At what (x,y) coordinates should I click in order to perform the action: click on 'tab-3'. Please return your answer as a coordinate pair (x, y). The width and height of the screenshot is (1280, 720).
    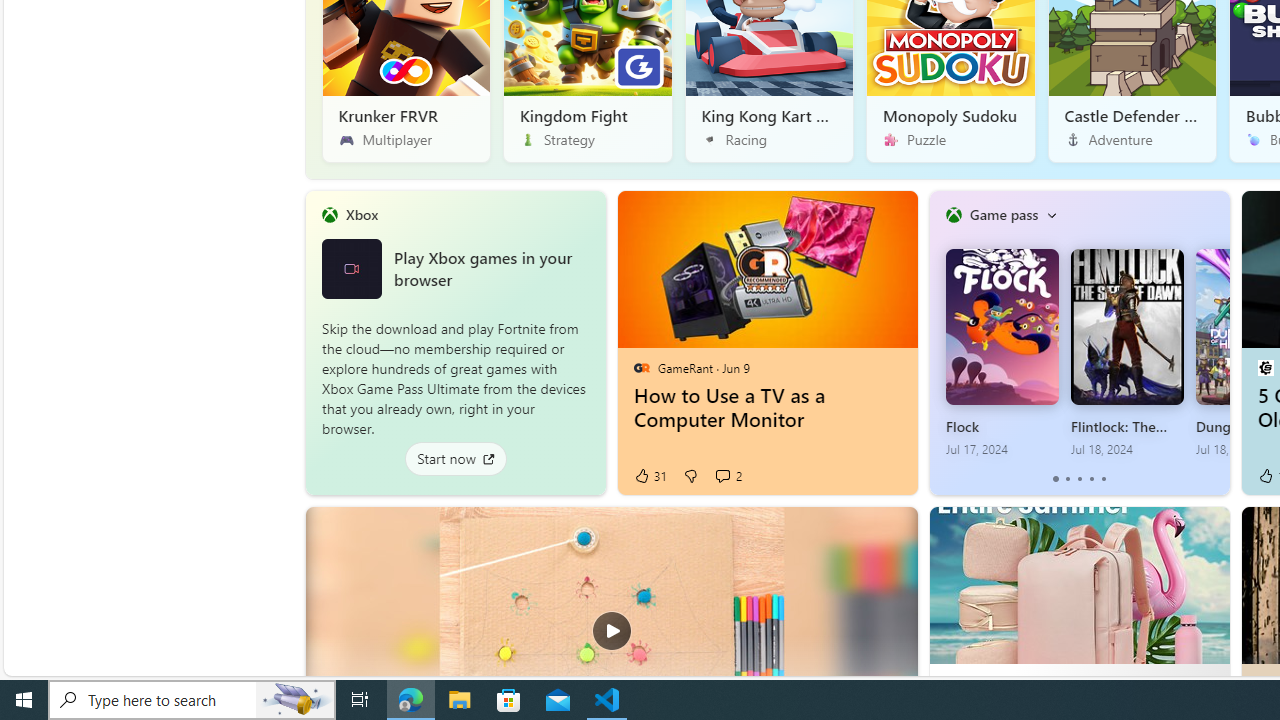
    Looking at the image, I should click on (1090, 479).